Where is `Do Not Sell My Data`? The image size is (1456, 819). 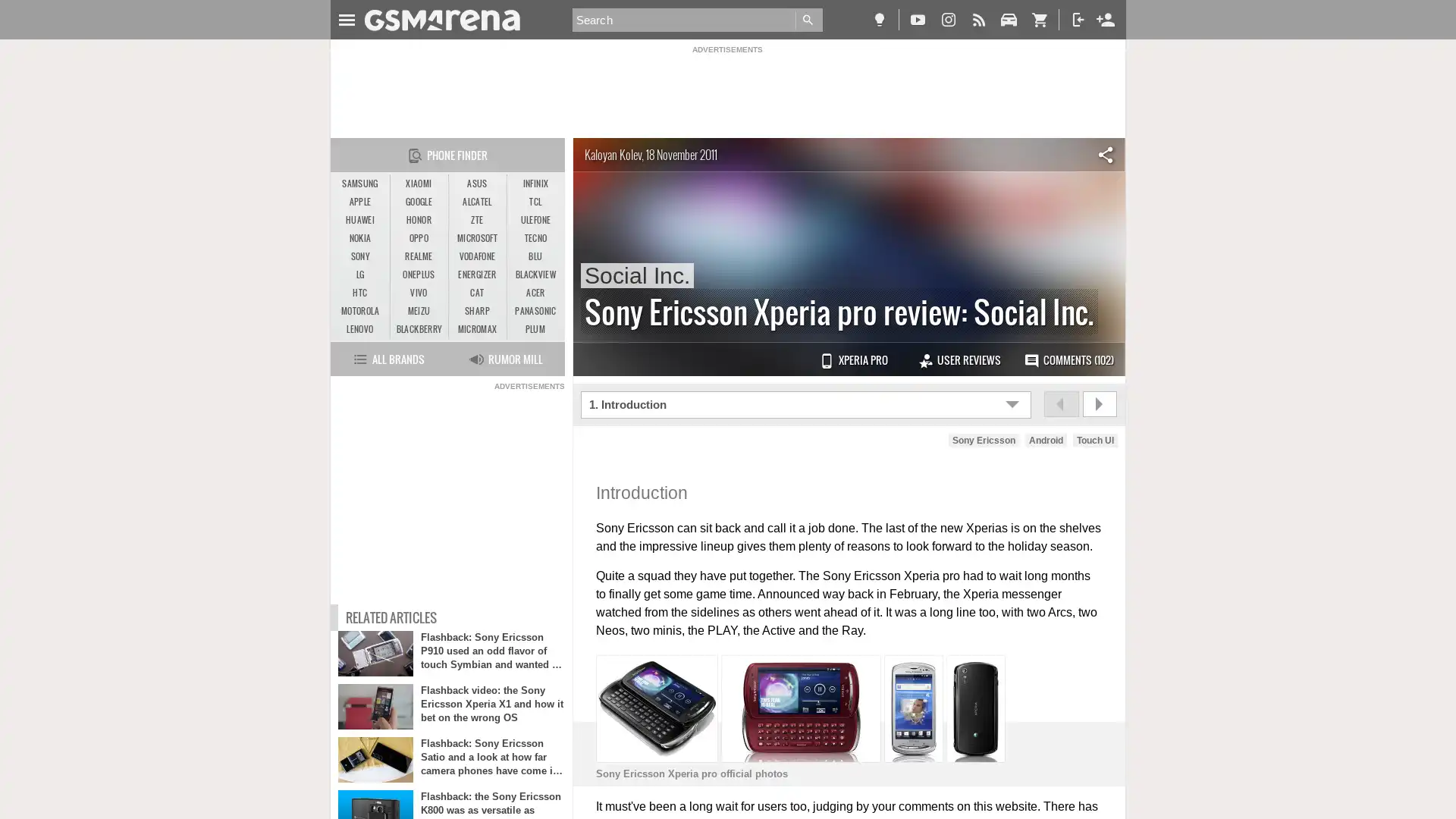
Do Not Sell My Data is located at coordinates (102, 791).